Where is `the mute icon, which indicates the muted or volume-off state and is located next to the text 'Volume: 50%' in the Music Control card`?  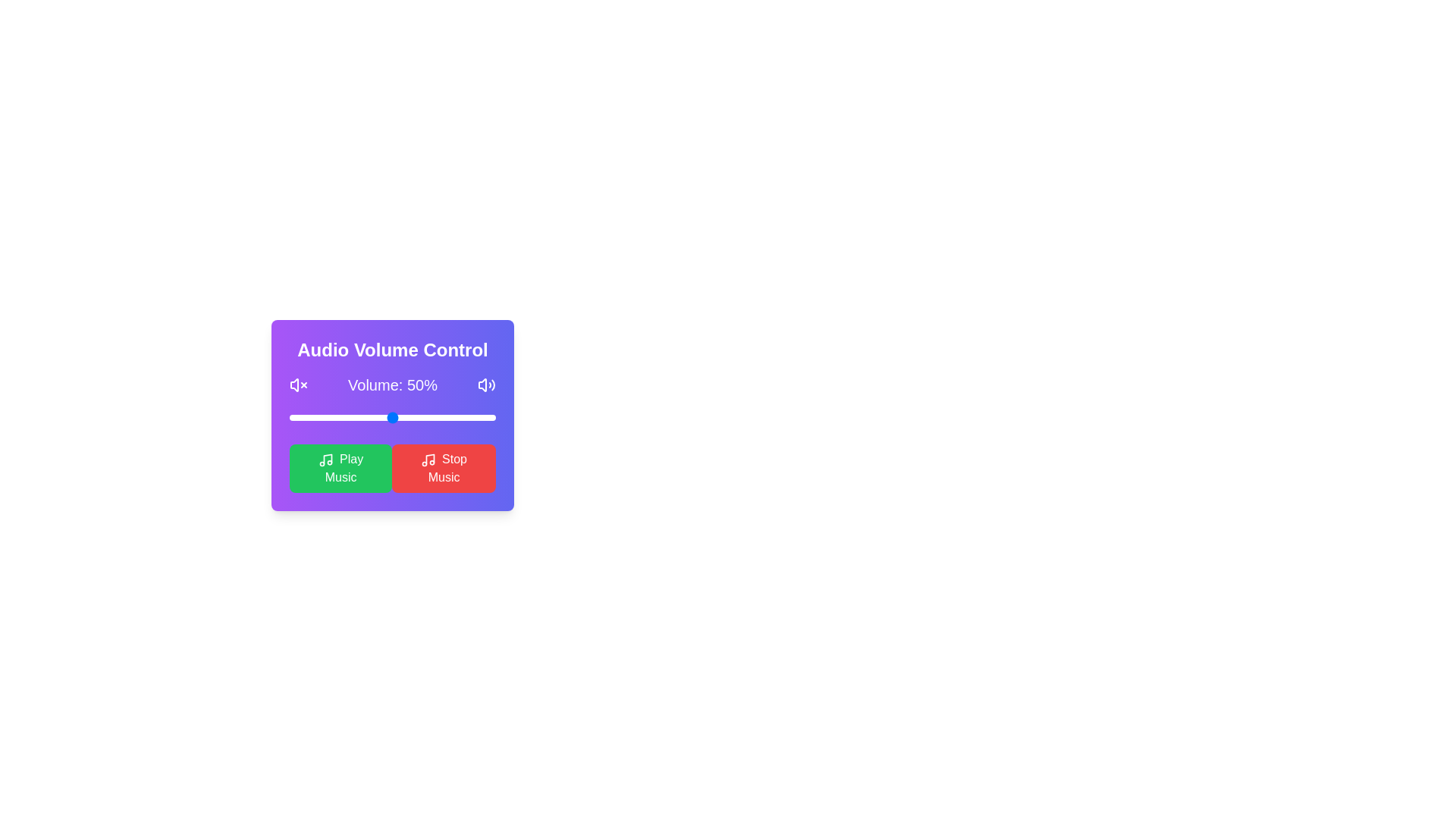 the mute icon, which indicates the muted or volume-off state and is located next to the text 'Volume: 50%' in the Music Control card is located at coordinates (294, 384).